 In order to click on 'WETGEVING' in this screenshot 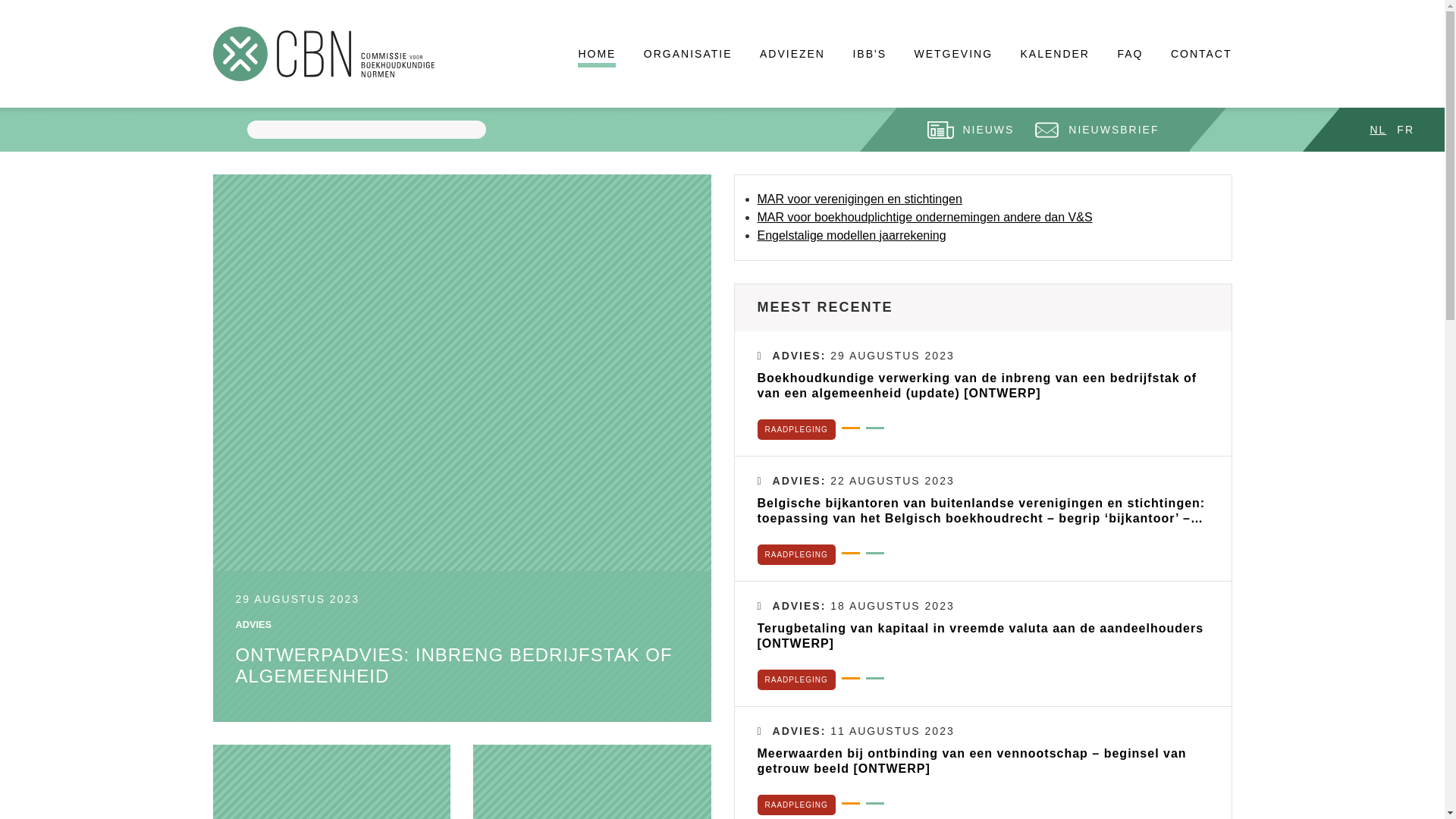, I will do `click(952, 55)`.